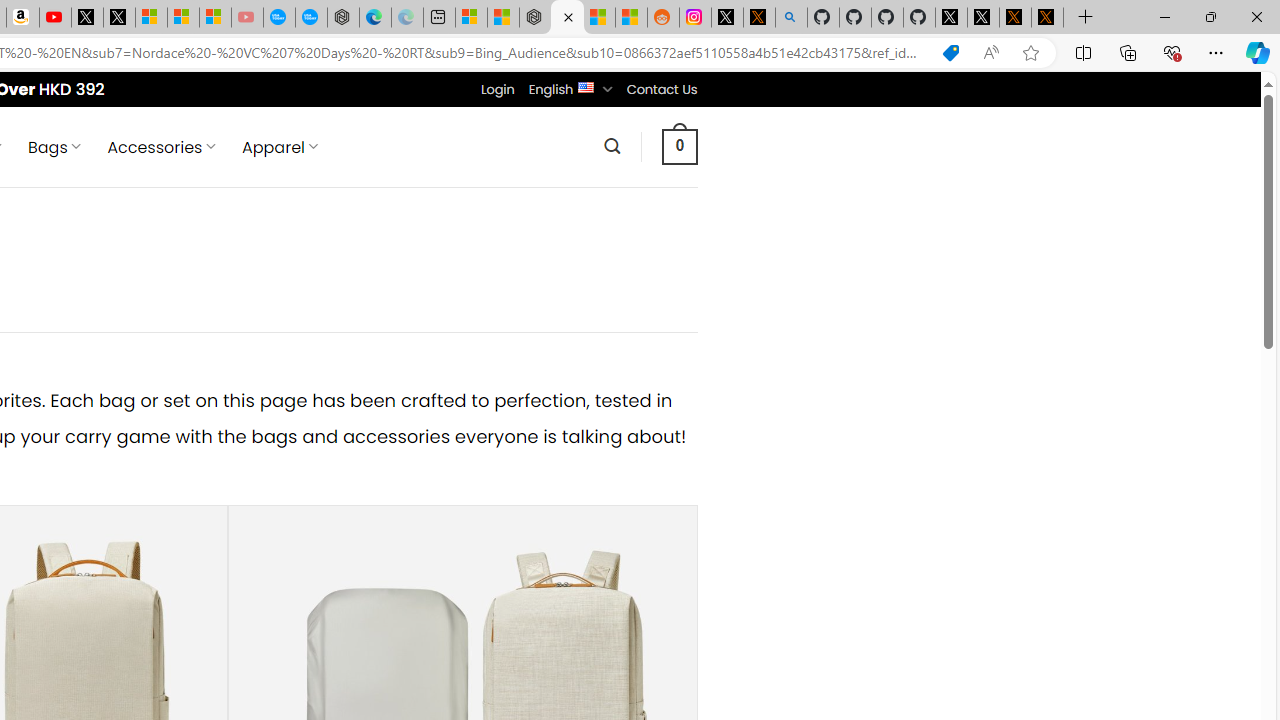 The height and width of the screenshot is (720, 1280). I want to click on 'github - Search', so click(790, 17).